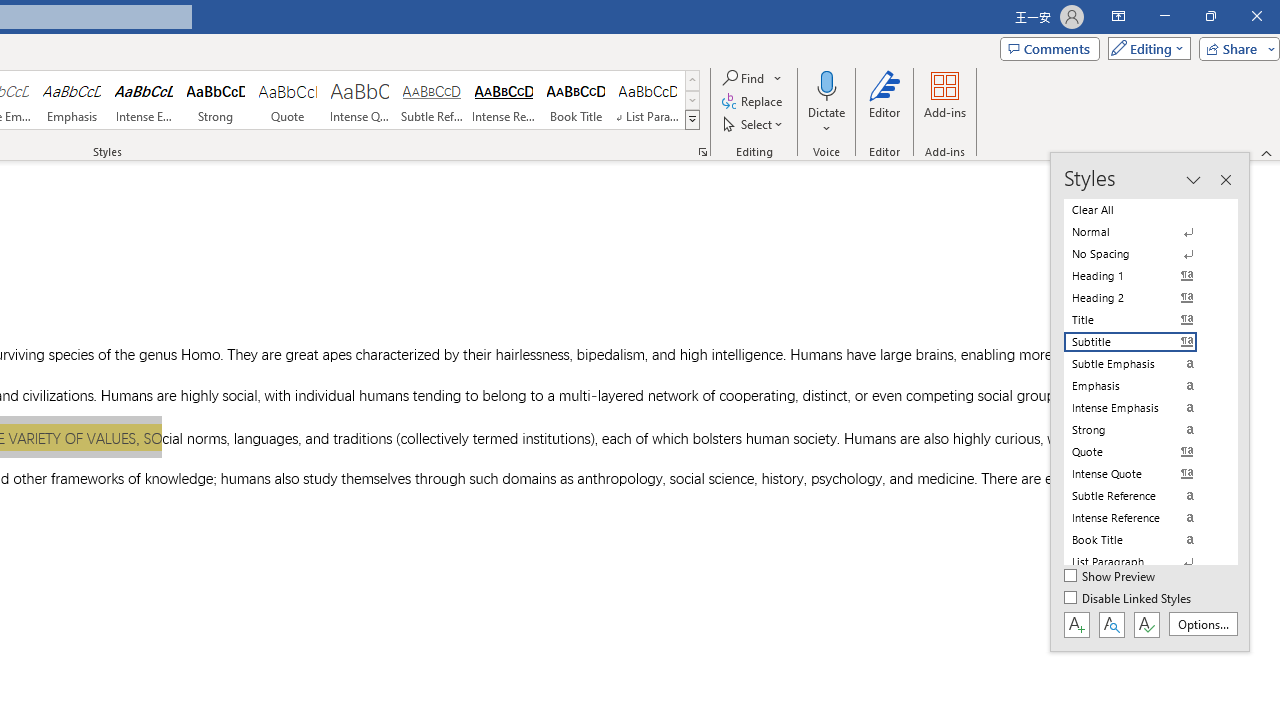 The image size is (1280, 720). What do you see at coordinates (1142, 276) in the screenshot?
I see `'Heading 1'` at bounding box center [1142, 276].